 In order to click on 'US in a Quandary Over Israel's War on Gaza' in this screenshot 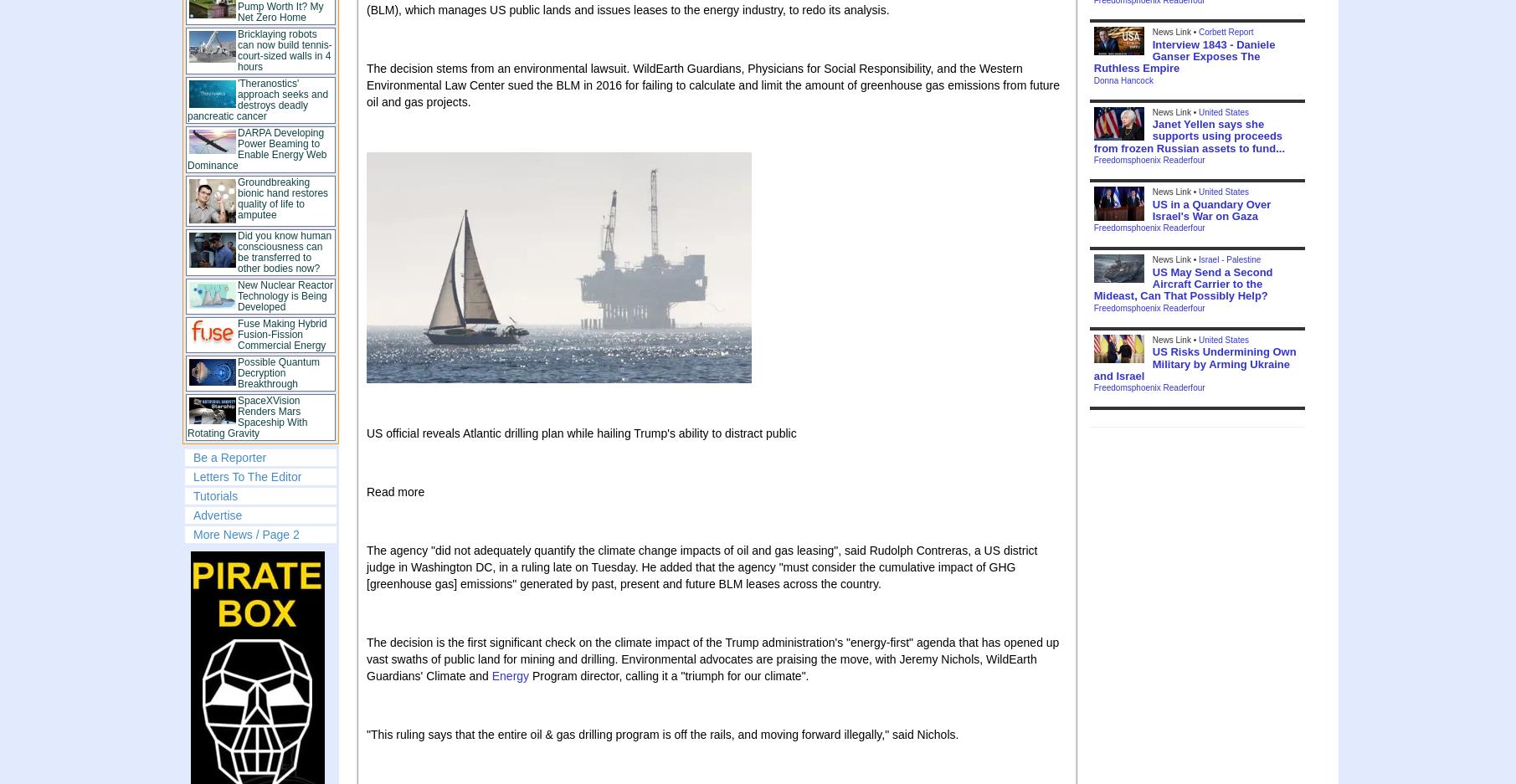, I will do `click(1150, 208)`.